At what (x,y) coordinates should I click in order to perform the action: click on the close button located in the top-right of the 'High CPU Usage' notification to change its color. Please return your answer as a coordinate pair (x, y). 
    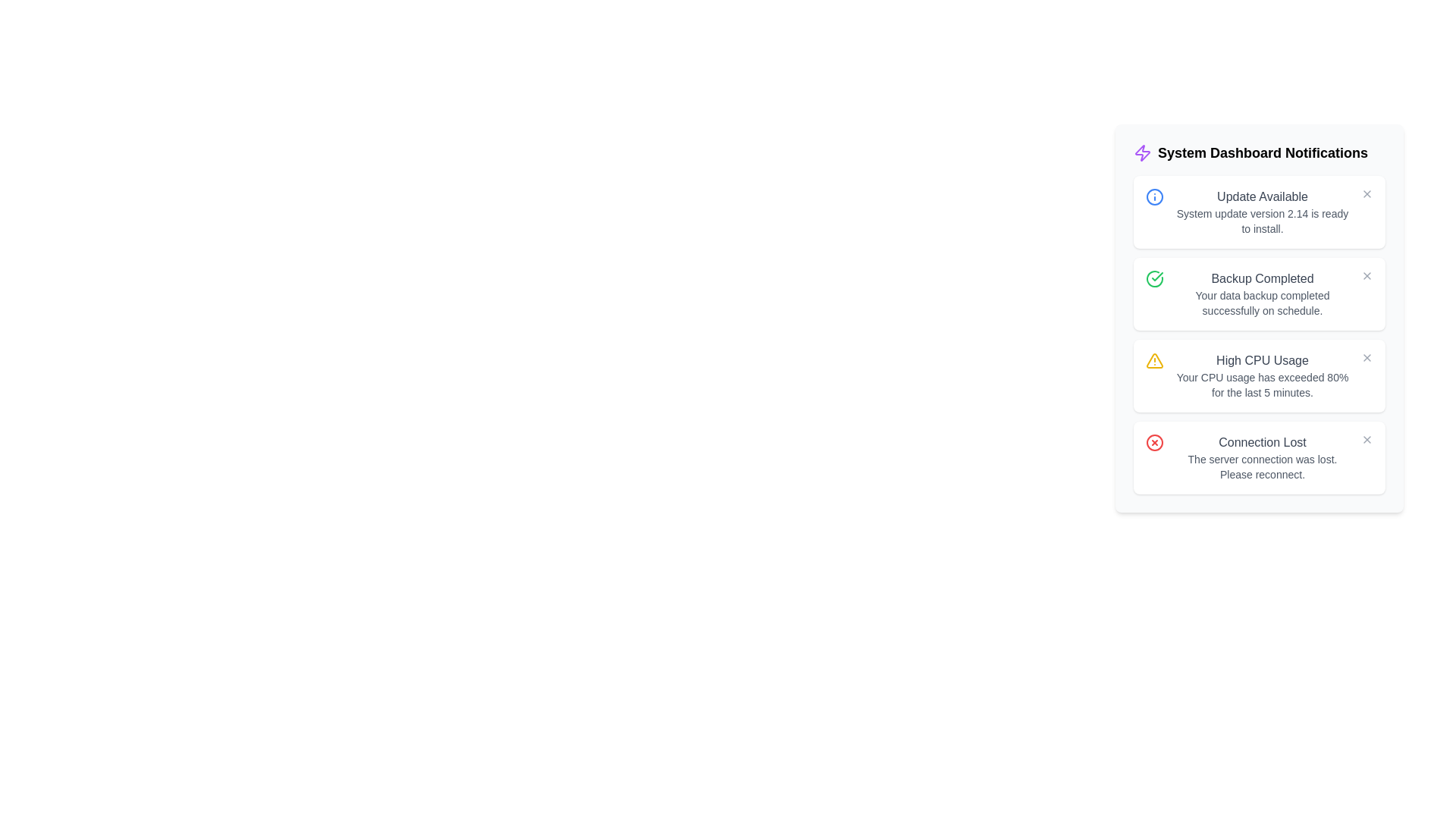
    Looking at the image, I should click on (1367, 357).